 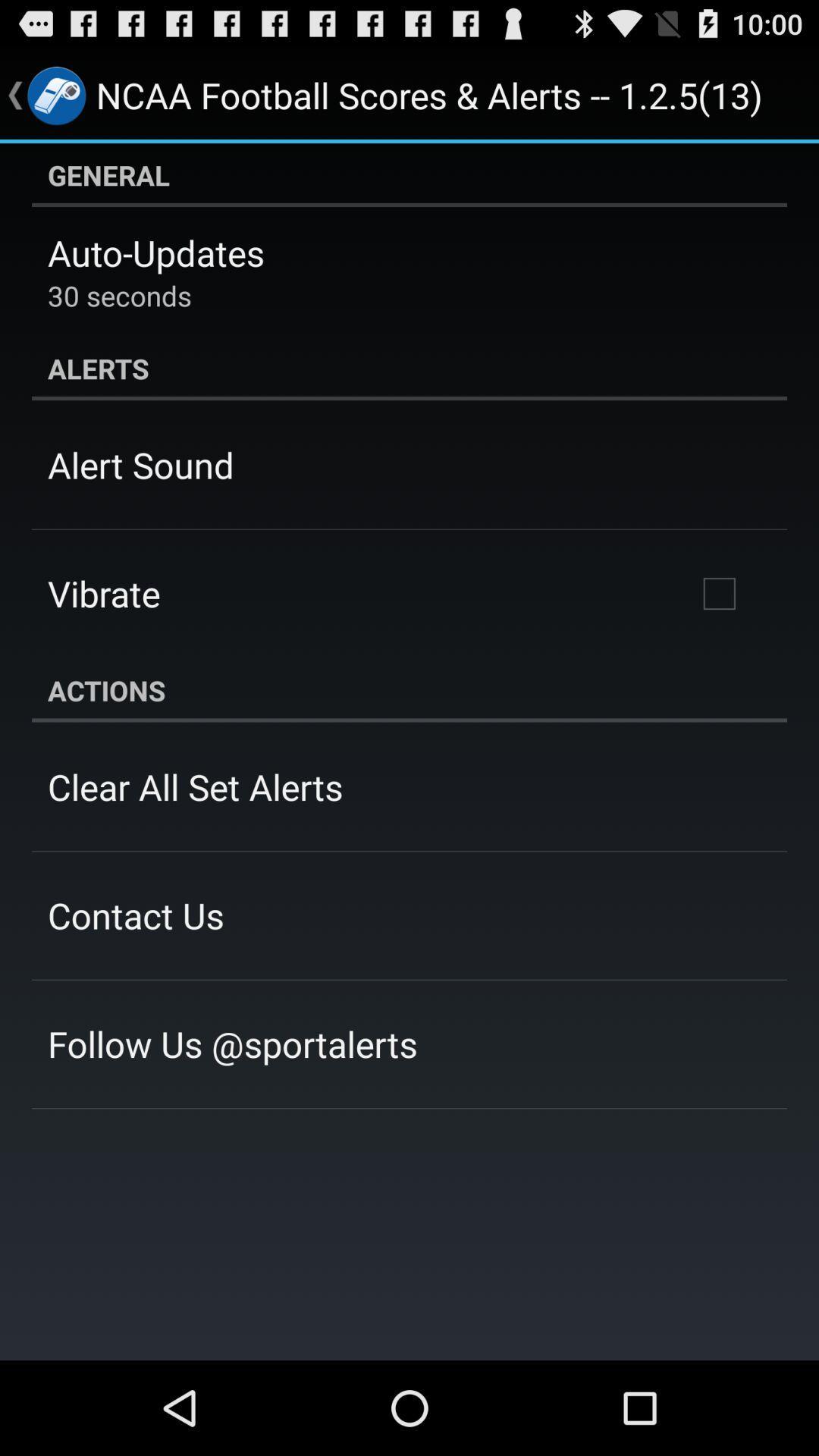 I want to click on app above the vibrate item, so click(x=140, y=464).